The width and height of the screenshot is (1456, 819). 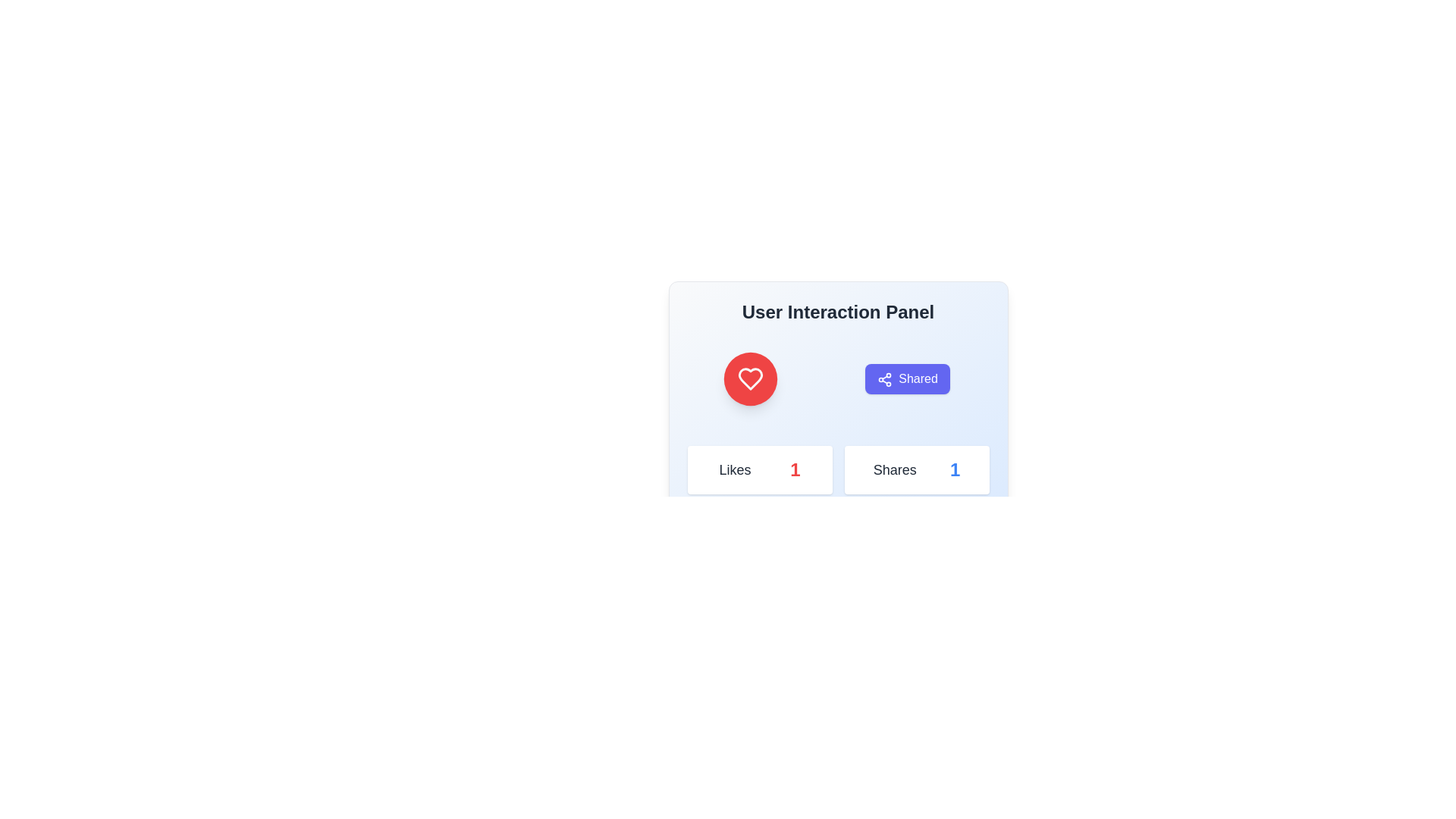 What do you see at coordinates (751, 378) in the screenshot?
I see `the heart icon located inside the circular button in the top-left corner of the 'User Interaction Panel' to express a 'Like' or 'Favorite' interaction` at bounding box center [751, 378].